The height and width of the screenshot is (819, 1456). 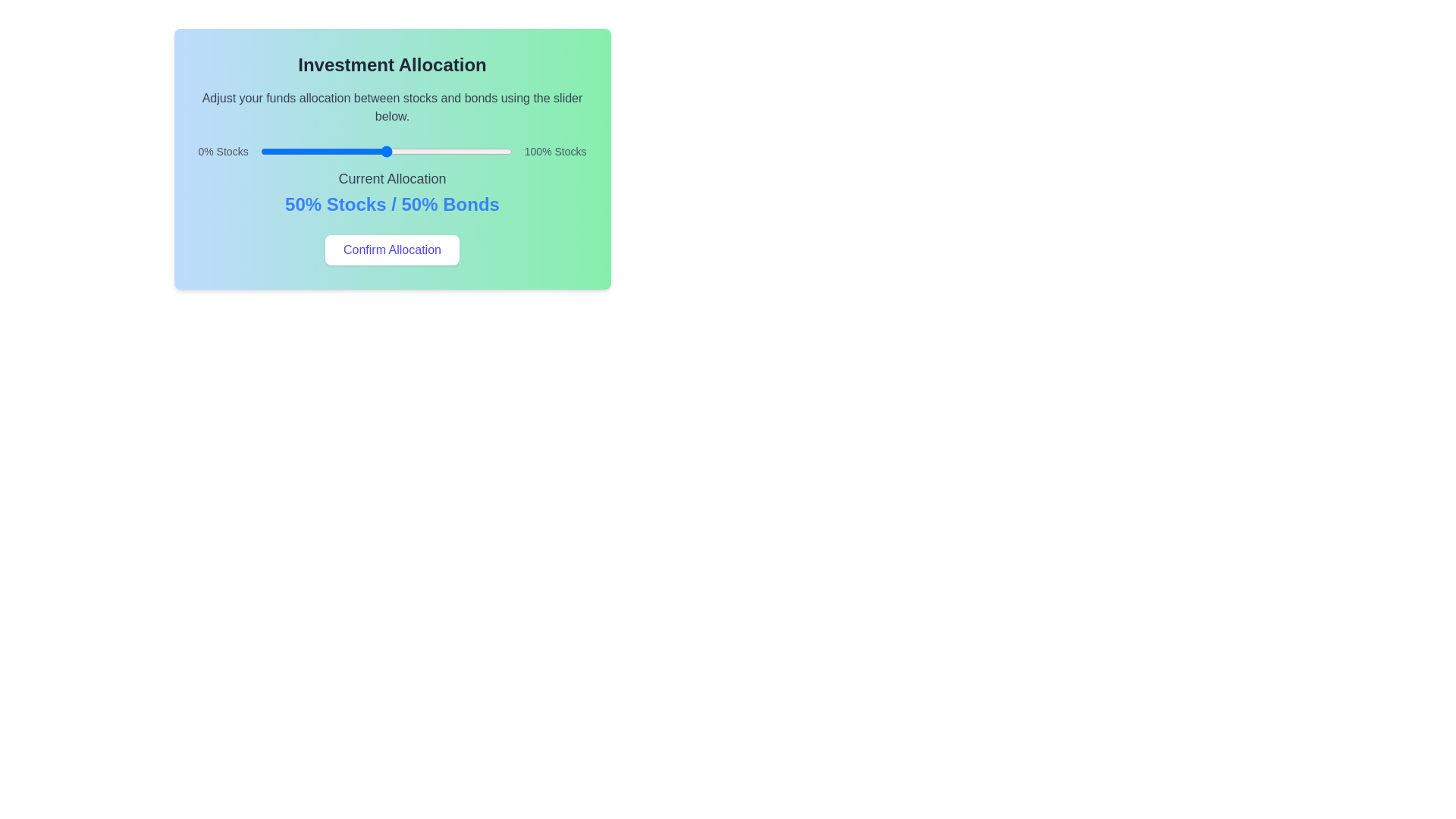 What do you see at coordinates (428, 152) in the screenshot?
I see `the slider to set the investment allocation to 67% of stocks` at bounding box center [428, 152].